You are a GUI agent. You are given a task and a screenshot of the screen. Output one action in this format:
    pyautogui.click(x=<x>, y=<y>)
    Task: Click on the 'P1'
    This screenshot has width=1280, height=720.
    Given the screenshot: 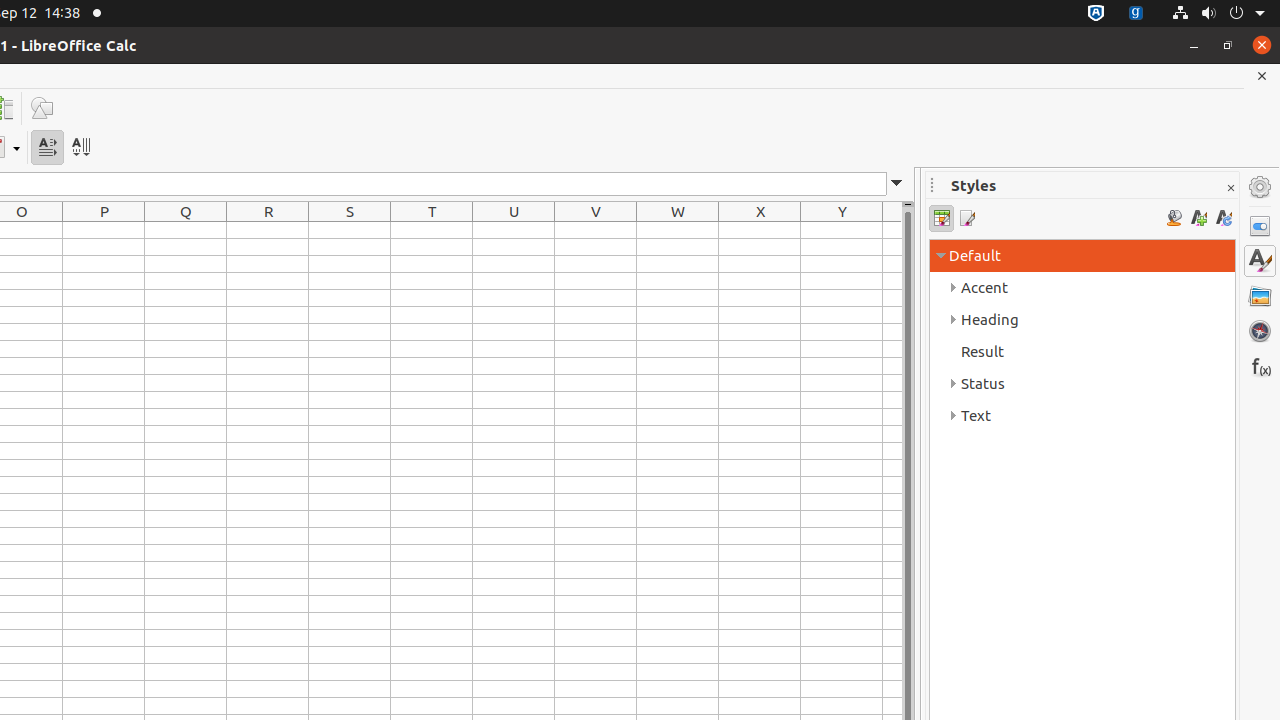 What is the action you would take?
    pyautogui.click(x=103, y=229)
    